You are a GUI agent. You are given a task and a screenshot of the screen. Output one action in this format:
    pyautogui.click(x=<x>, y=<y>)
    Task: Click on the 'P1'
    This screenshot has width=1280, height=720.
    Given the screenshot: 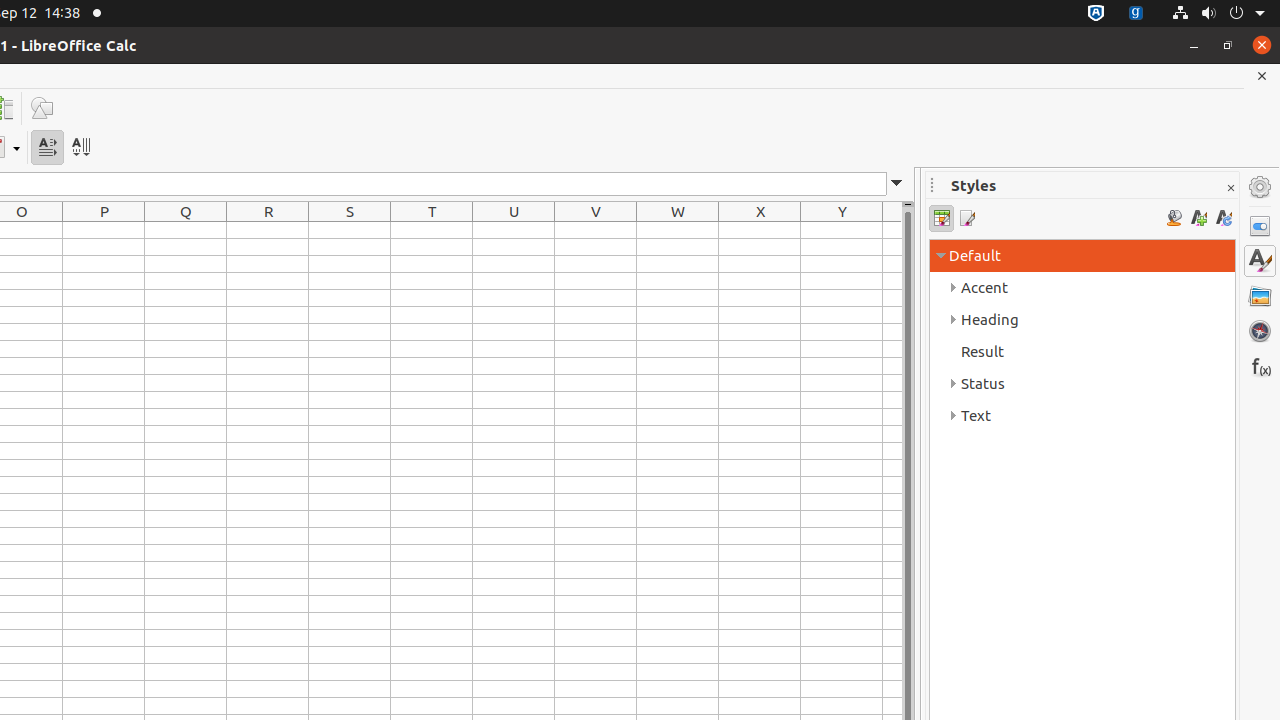 What is the action you would take?
    pyautogui.click(x=103, y=229)
    